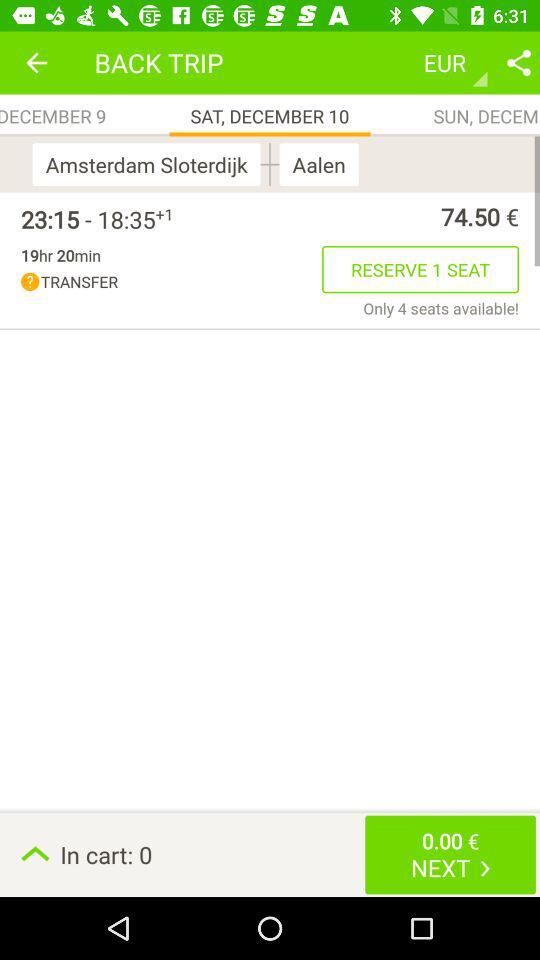  I want to click on amsterdam sloterdijk item, so click(149, 163).